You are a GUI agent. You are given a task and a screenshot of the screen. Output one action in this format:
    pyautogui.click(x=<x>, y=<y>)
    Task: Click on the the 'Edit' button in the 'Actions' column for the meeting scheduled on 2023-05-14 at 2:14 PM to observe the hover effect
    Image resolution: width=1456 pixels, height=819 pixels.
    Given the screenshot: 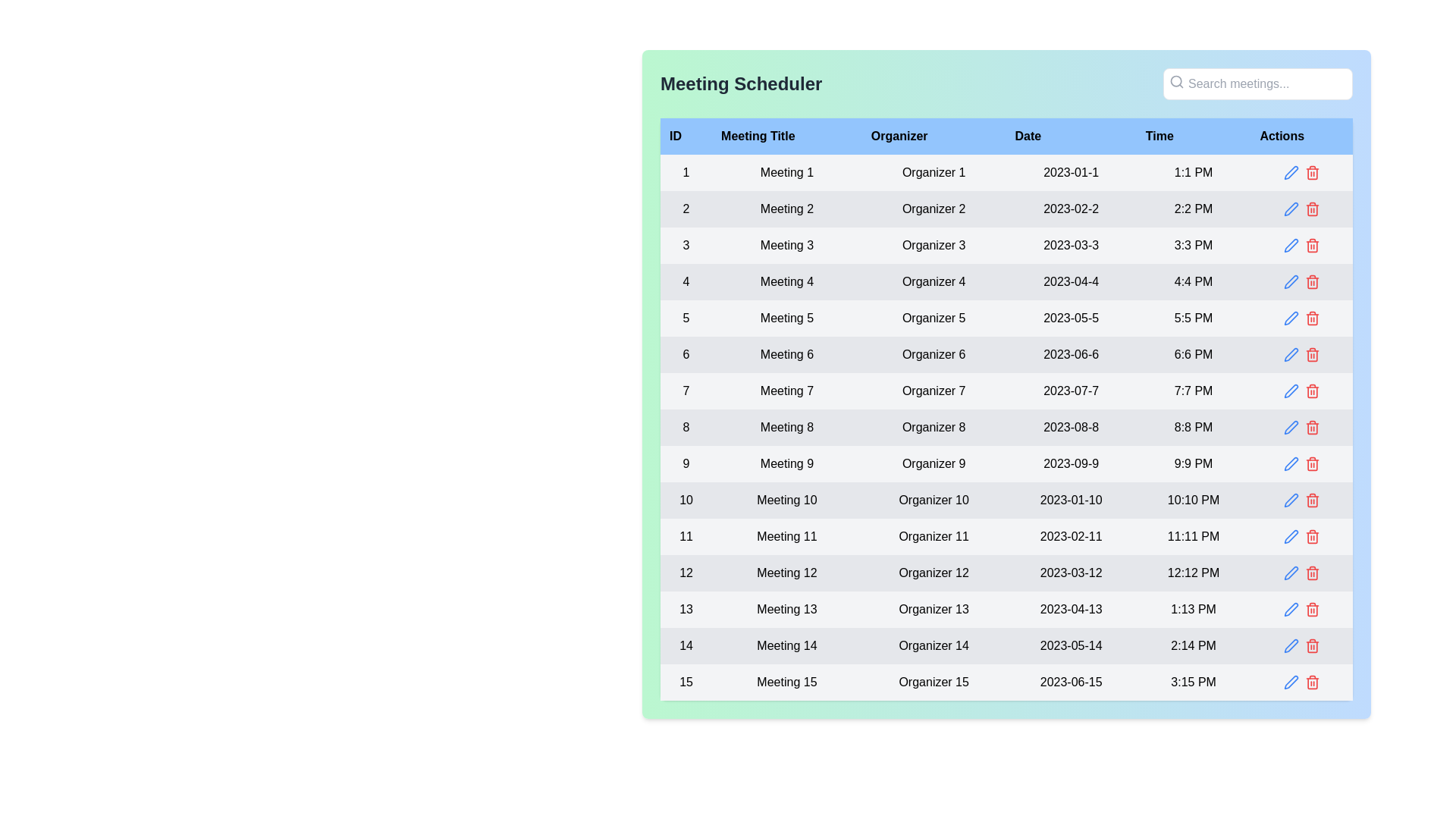 What is the action you would take?
    pyautogui.click(x=1290, y=646)
    